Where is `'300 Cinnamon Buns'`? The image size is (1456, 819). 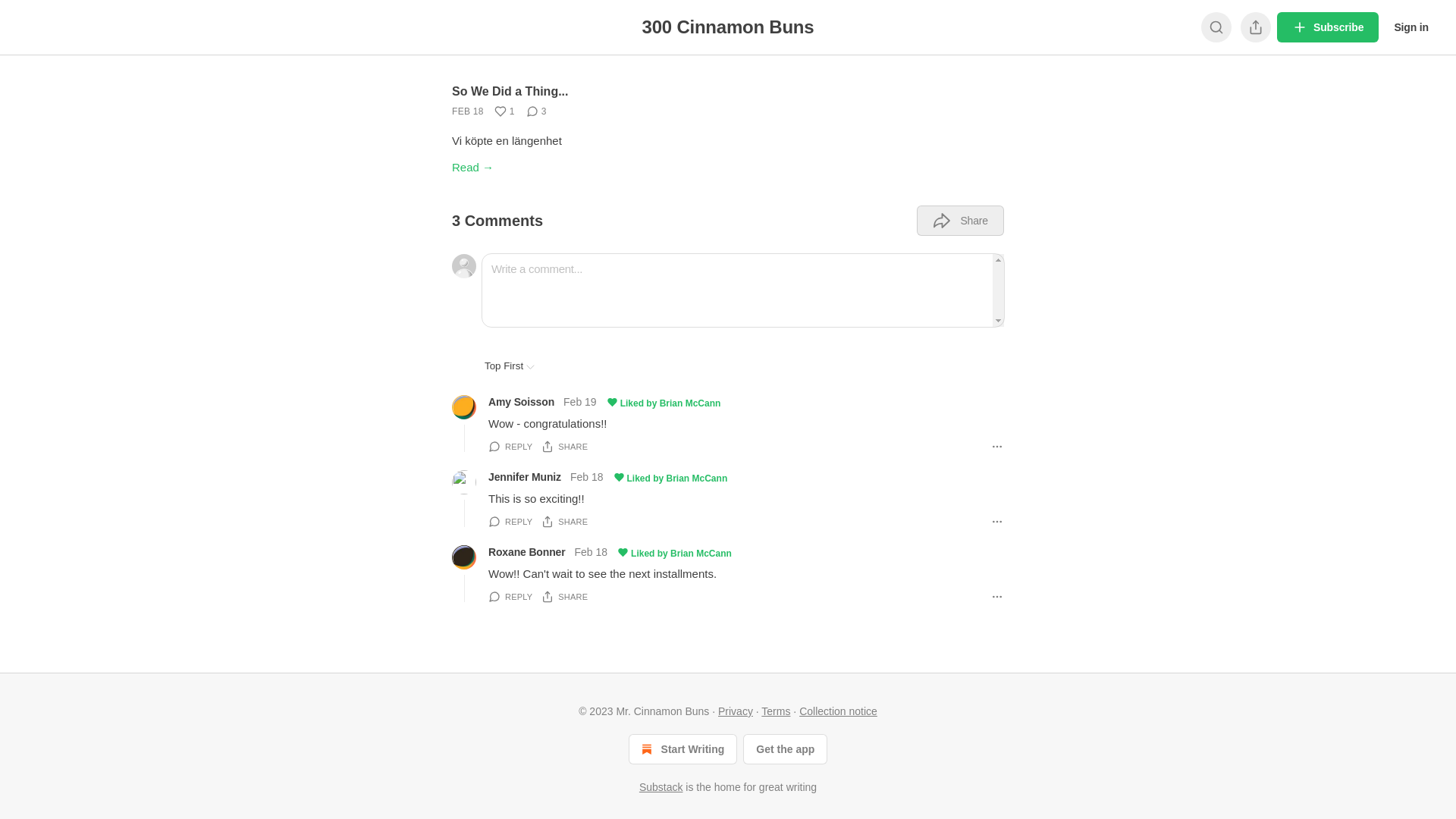 '300 Cinnamon Buns' is located at coordinates (728, 27).